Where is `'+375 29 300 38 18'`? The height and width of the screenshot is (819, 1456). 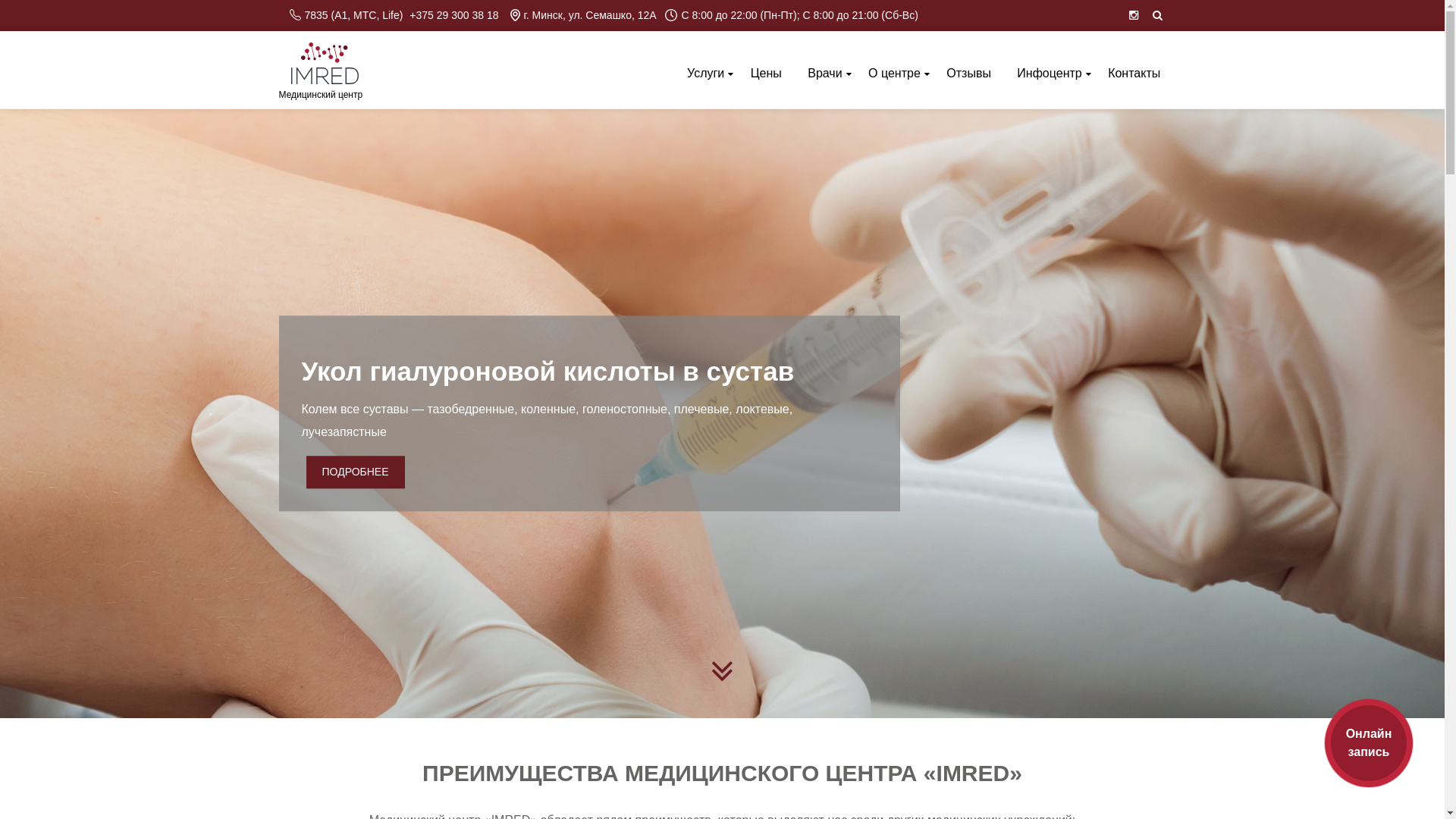 '+375 29 300 38 18' is located at coordinates (409, 15).